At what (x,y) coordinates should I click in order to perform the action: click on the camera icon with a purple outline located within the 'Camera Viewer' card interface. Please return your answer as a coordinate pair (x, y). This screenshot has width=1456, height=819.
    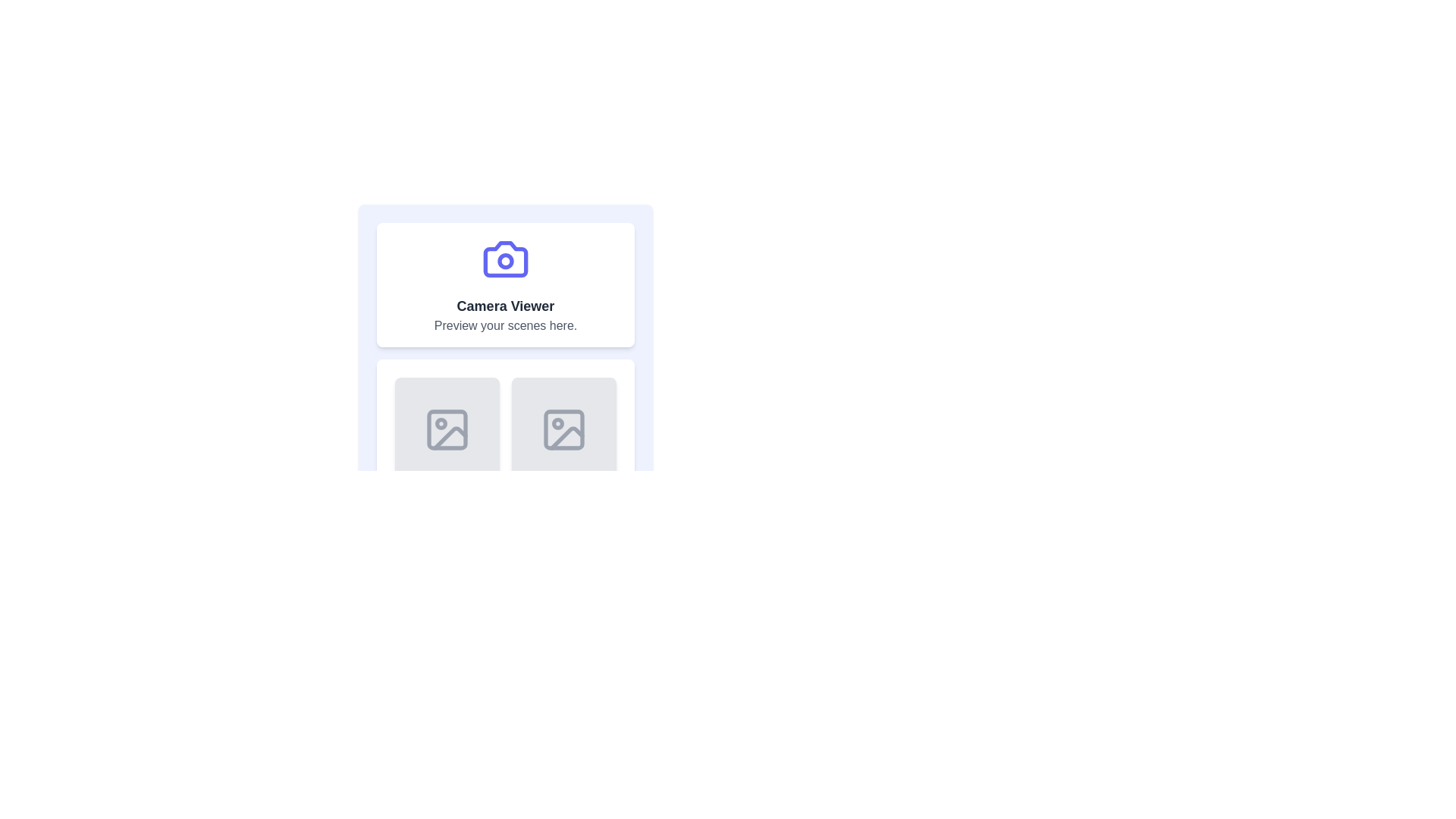
    Looking at the image, I should click on (506, 259).